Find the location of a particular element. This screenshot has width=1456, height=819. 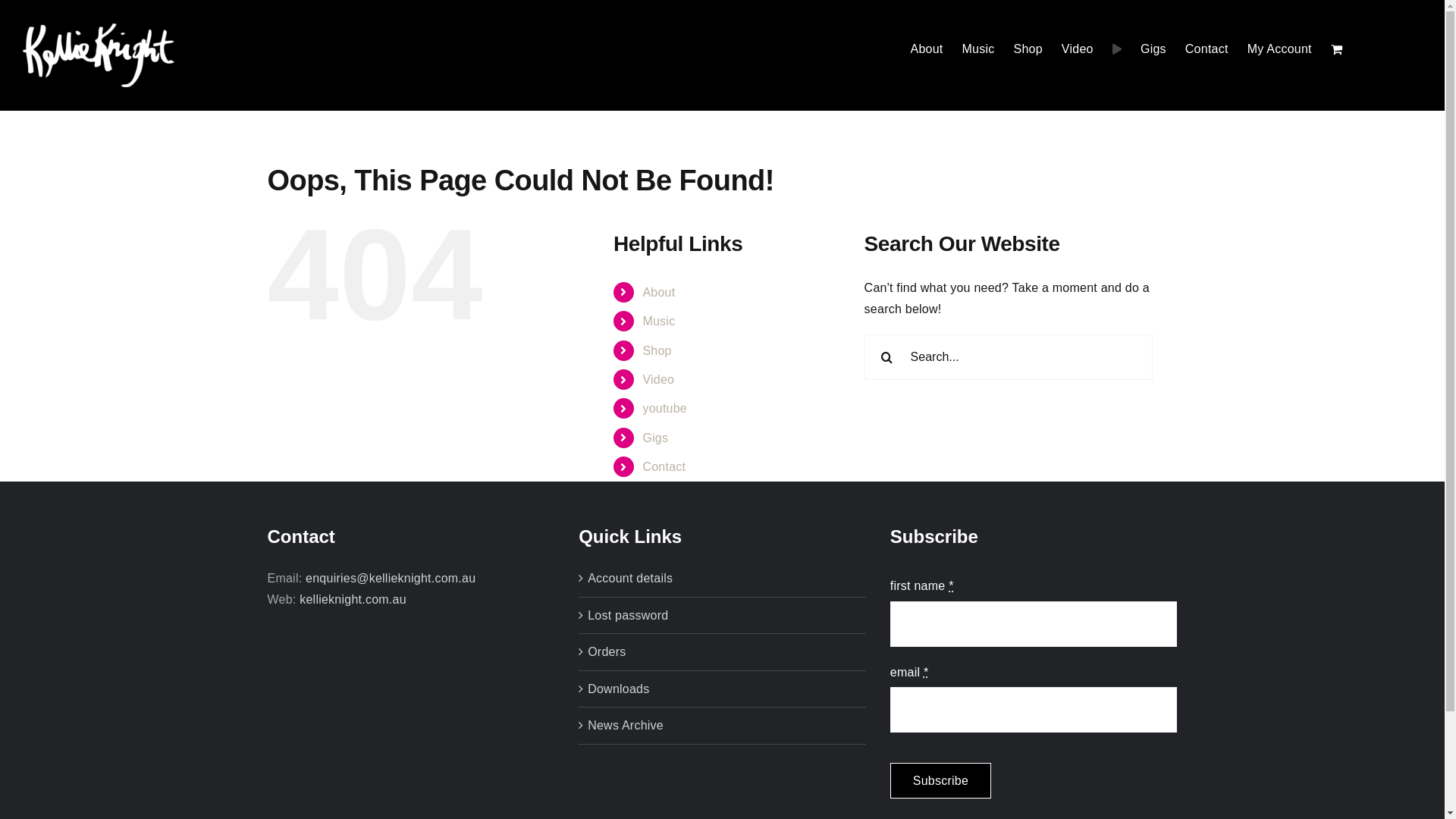

'News Archive' is located at coordinates (722, 724).